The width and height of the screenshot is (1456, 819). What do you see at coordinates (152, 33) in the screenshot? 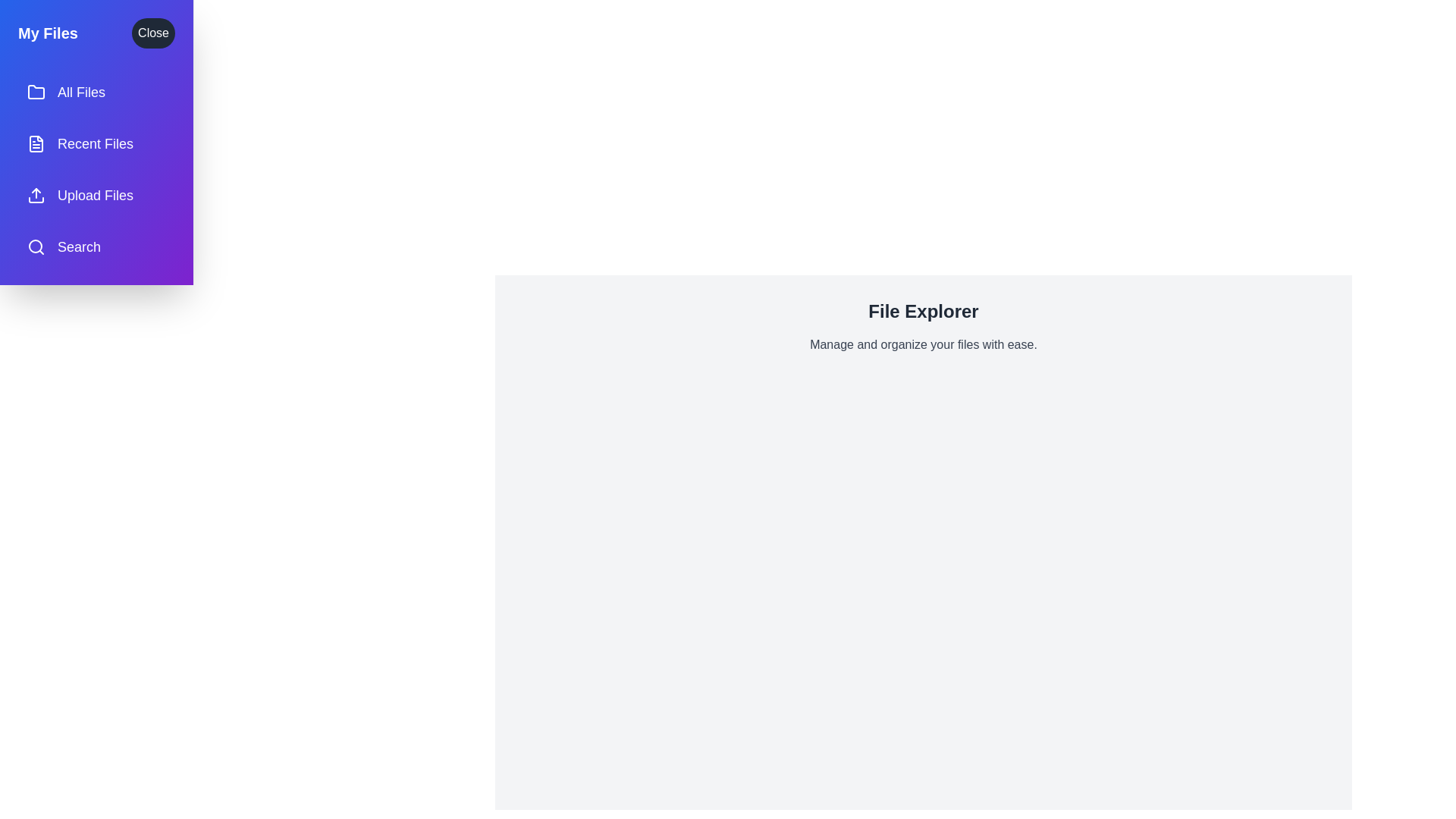
I see `the 'Close' button to toggle the drawer` at bounding box center [152, 33].